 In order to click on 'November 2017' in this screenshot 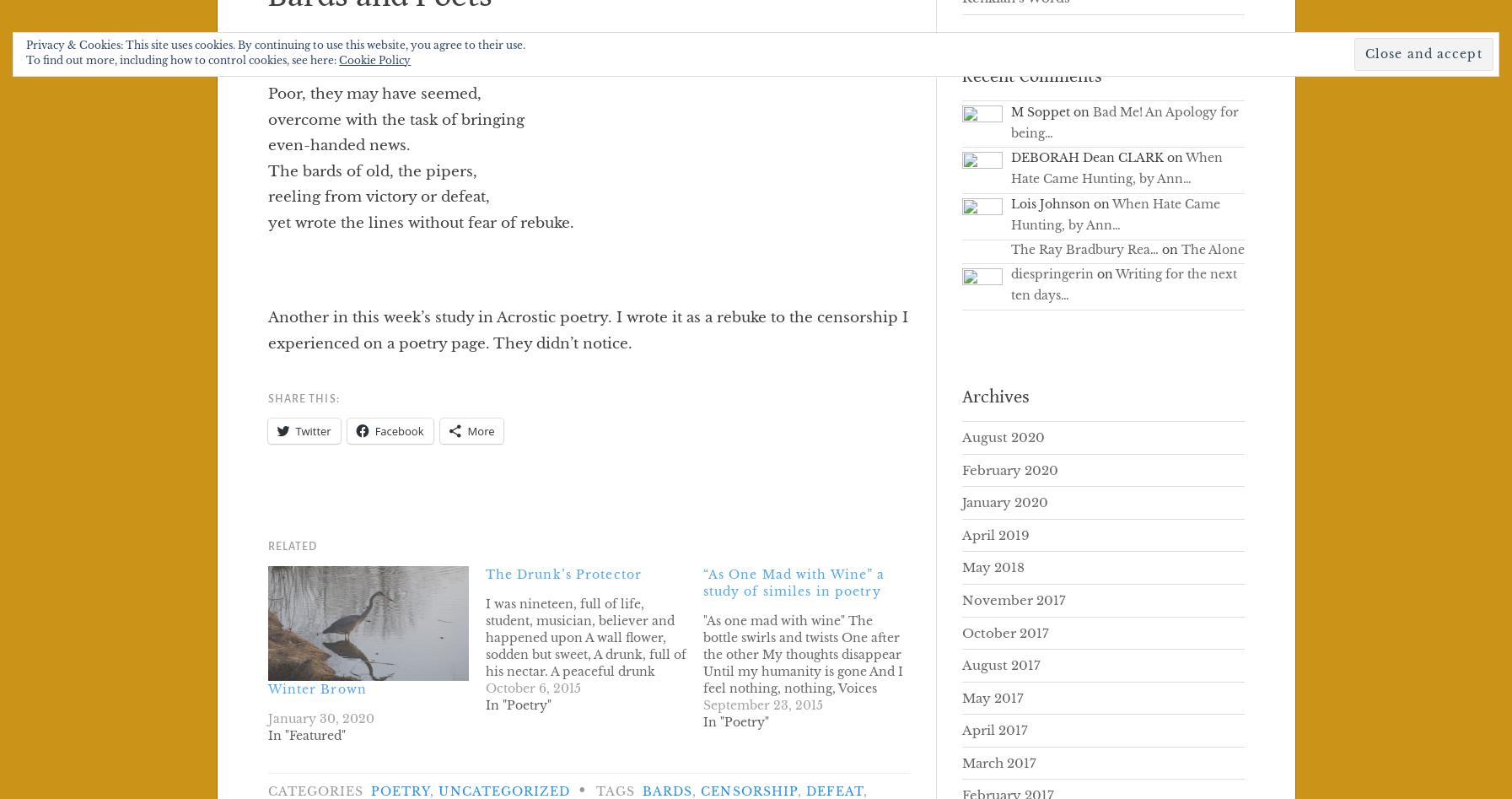, I will do `click(1013, 598)`.